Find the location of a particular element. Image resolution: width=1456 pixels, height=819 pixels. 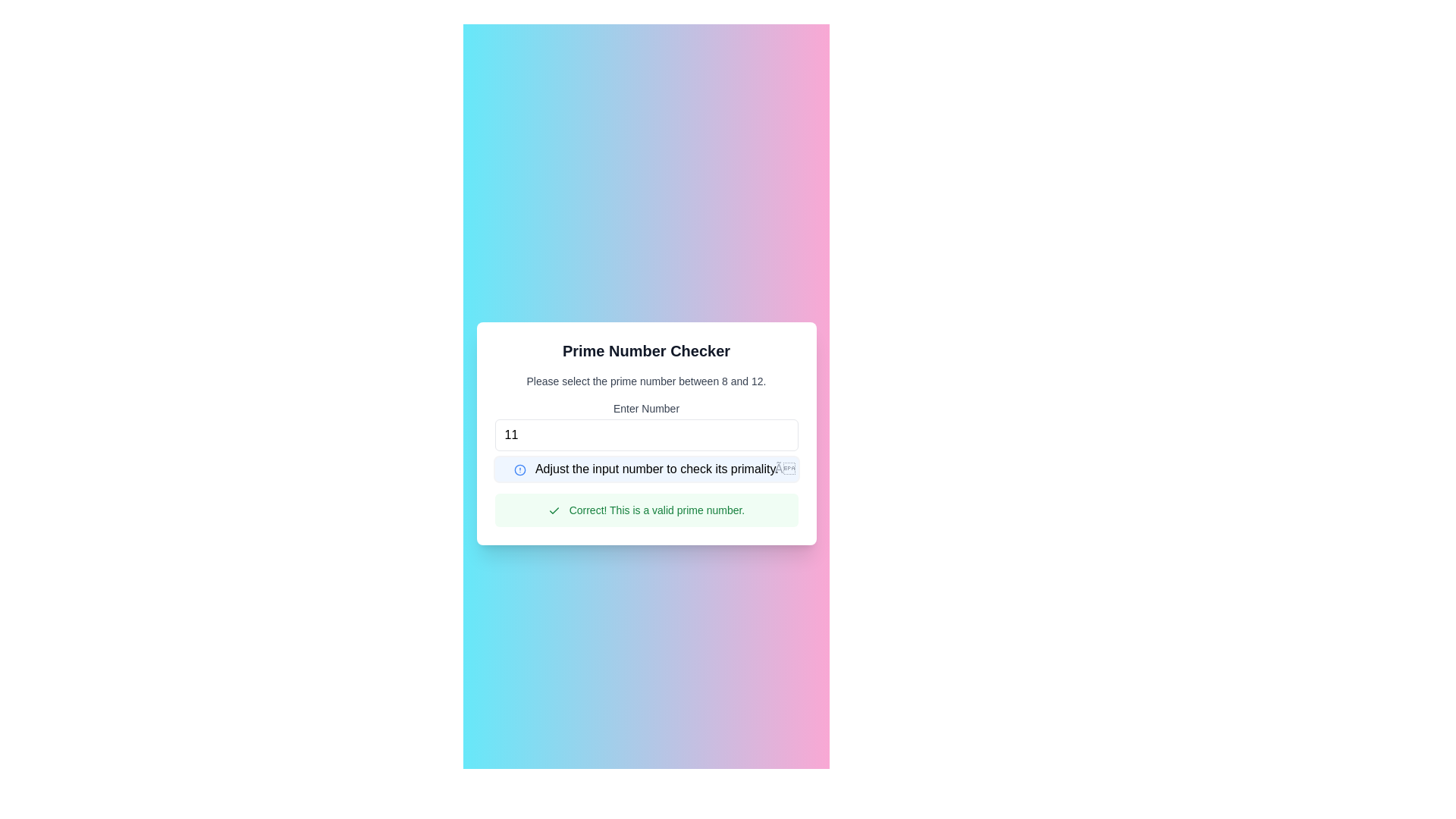

the close icon of the informational banner or alert box that states 'Adjust the input number to check its primality.' is located at coordinates (646, 468).